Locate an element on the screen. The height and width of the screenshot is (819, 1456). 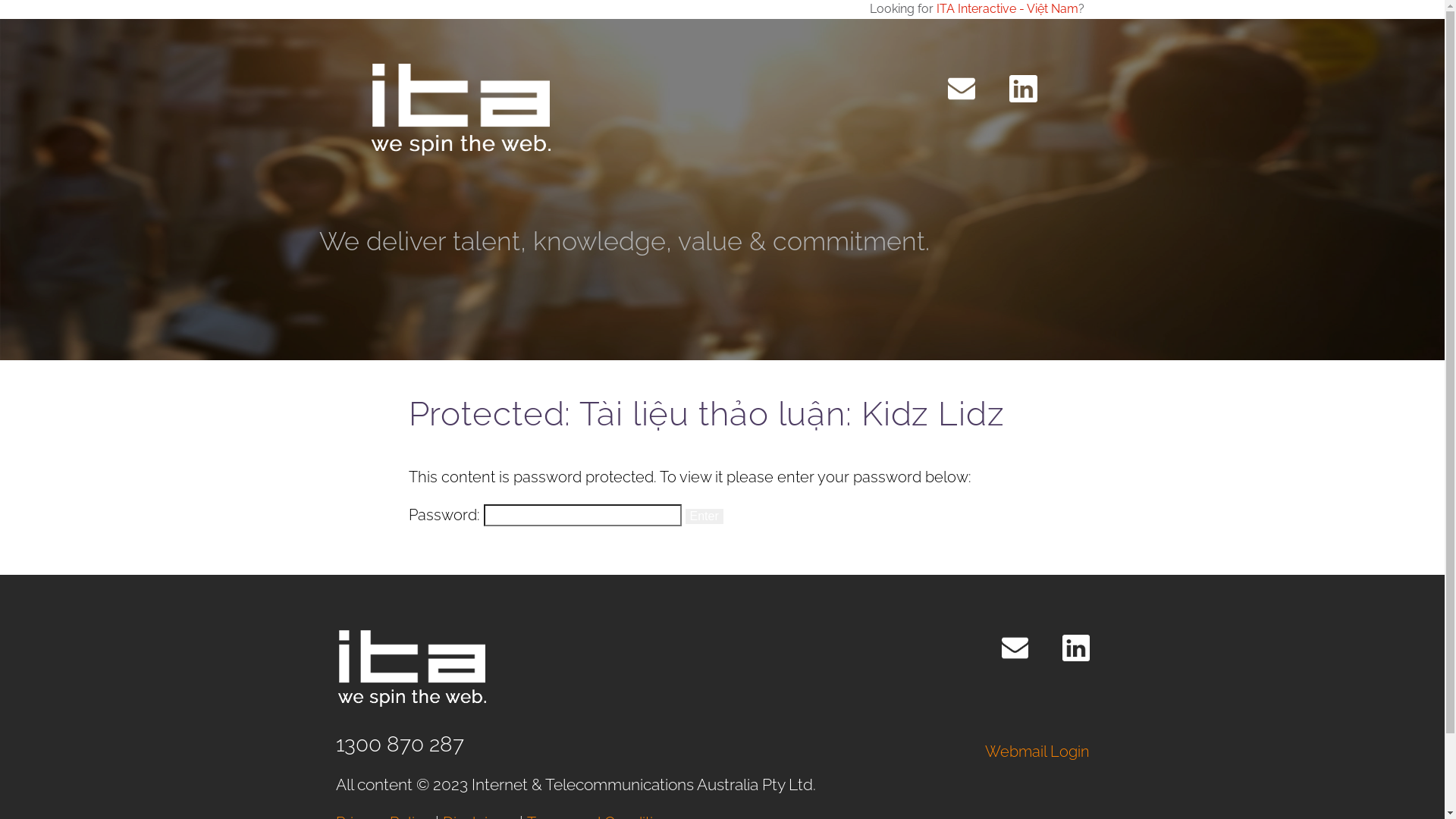
'Webmail Login' is located at coordinates (1037, 752).